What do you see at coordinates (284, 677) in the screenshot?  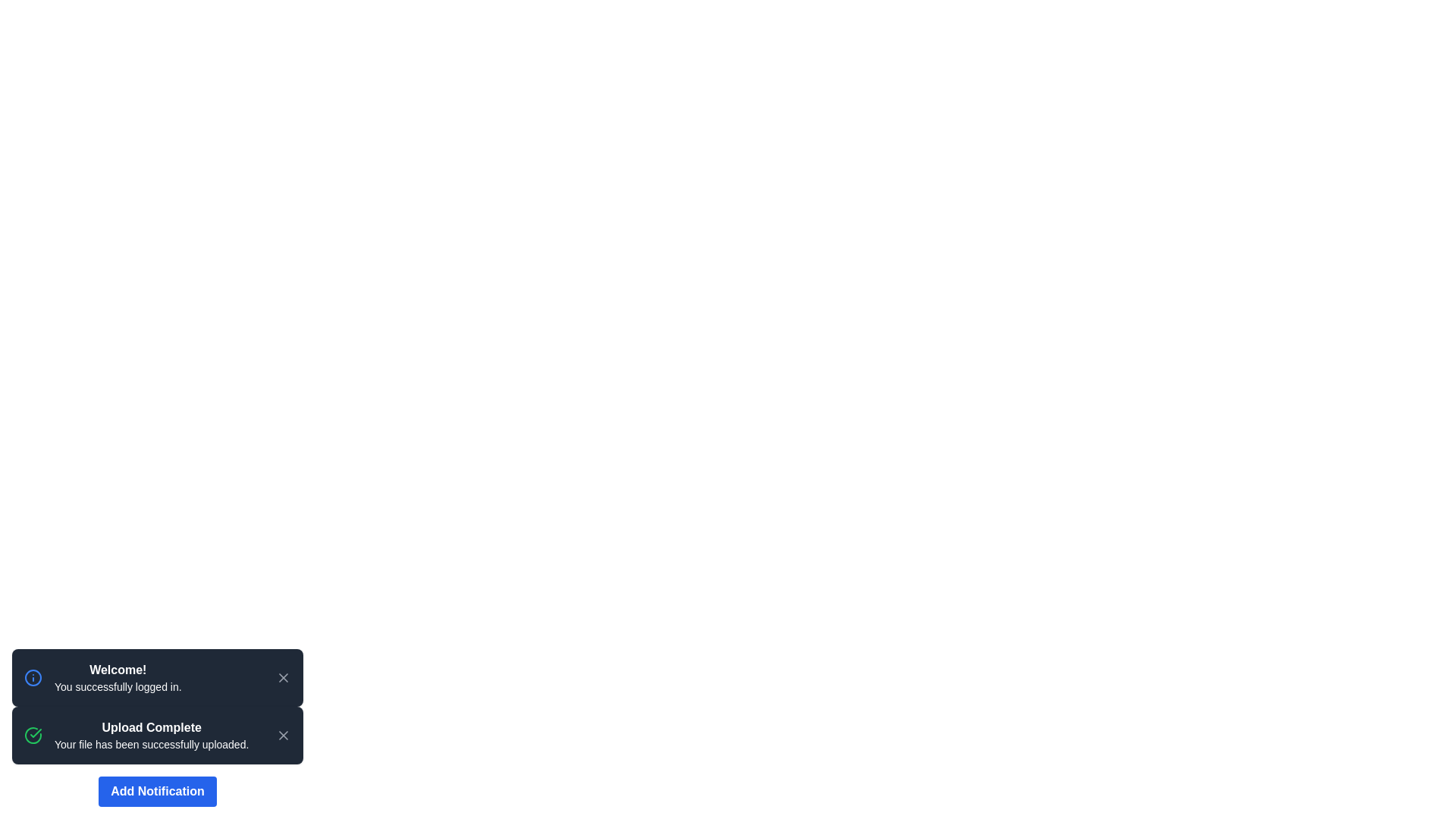 I see `the close or dismiss icon located in the bottom-left corner of the interface` at bounding box center [284, 677].